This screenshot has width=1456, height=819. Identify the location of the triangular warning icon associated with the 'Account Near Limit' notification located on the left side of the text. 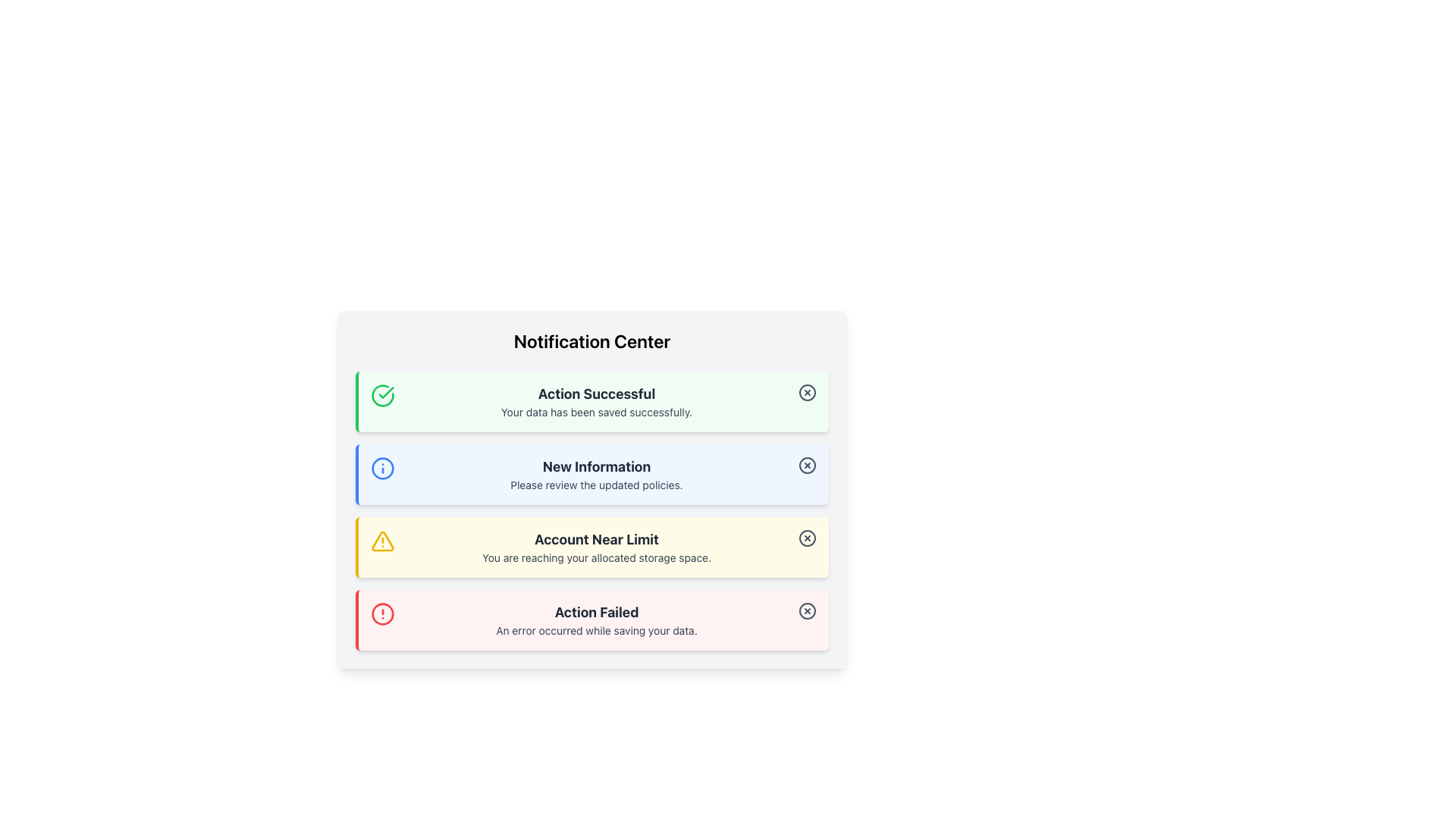
(382, 540).